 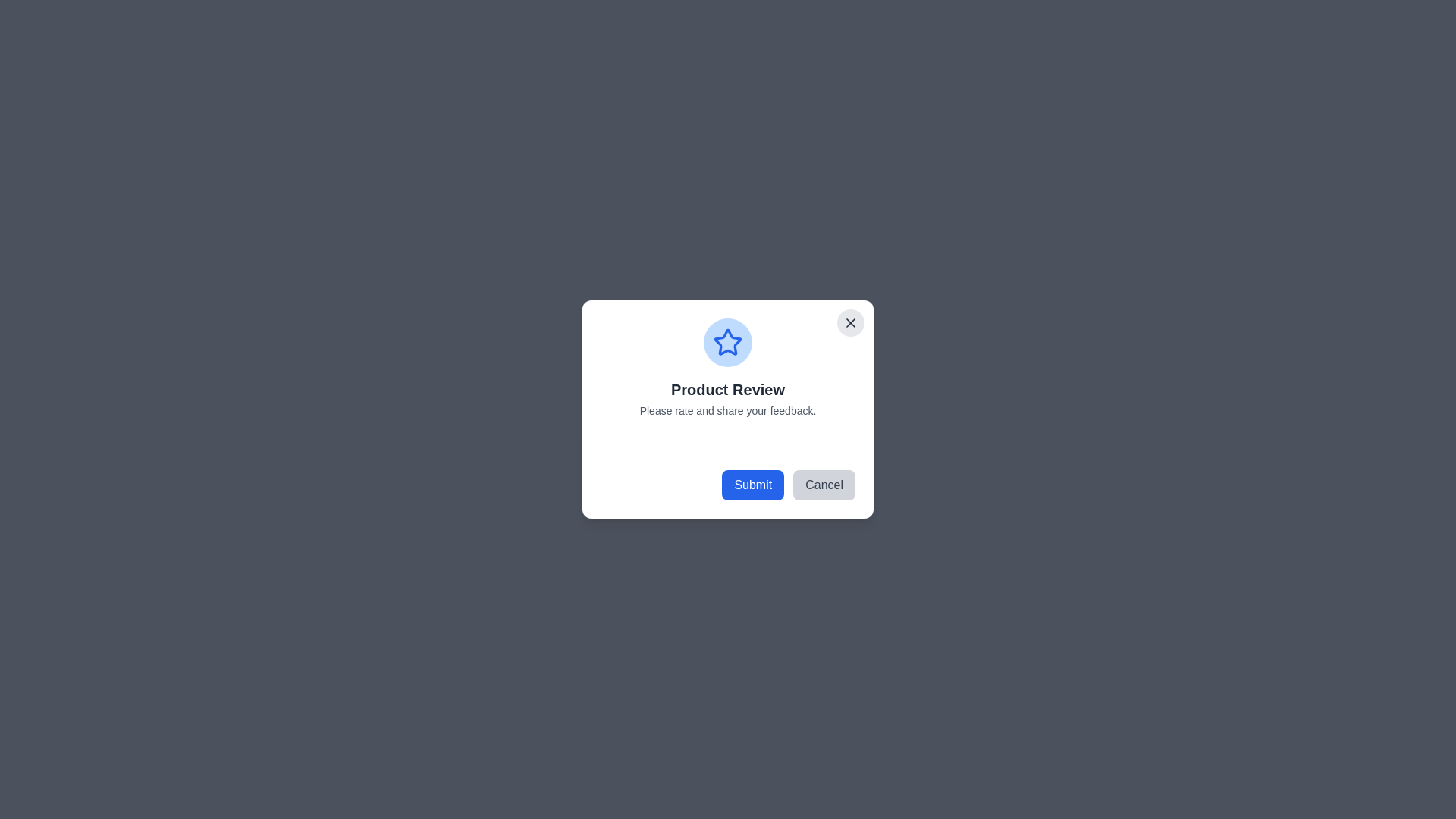 I want to click on the first rating star icon in the rating bar located at the bottom of the modal, so click(x=638, y=444).